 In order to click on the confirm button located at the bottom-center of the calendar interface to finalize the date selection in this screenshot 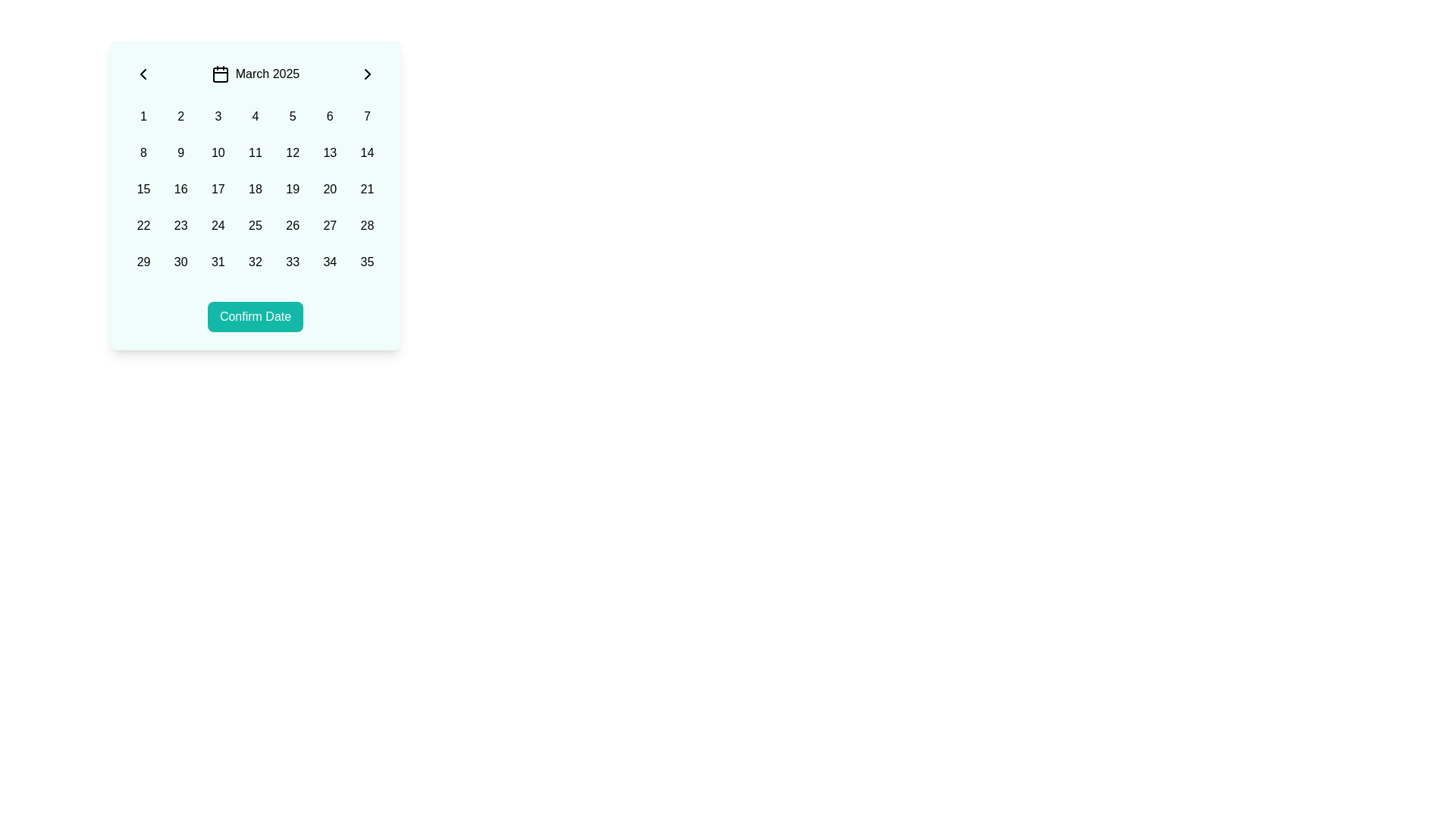, I will do `click(255, 315)`.